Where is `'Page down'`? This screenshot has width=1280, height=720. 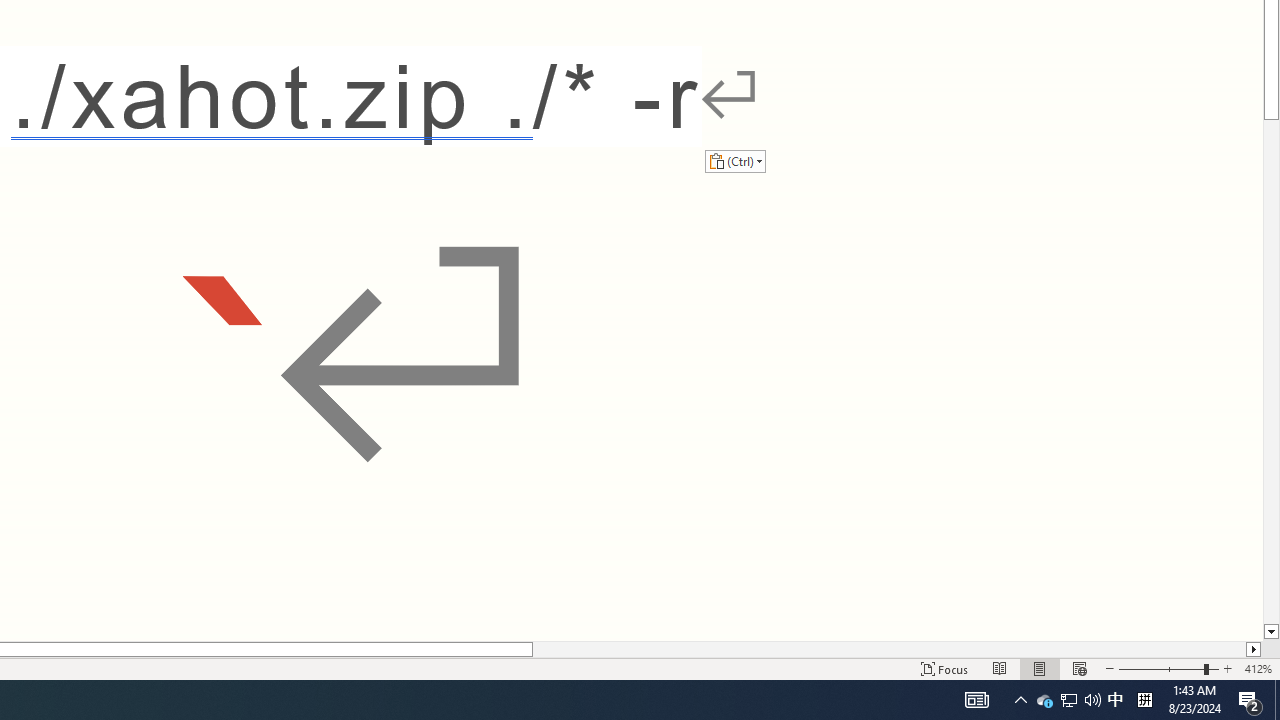 'Page down' is located at coordinates (1270, 372).